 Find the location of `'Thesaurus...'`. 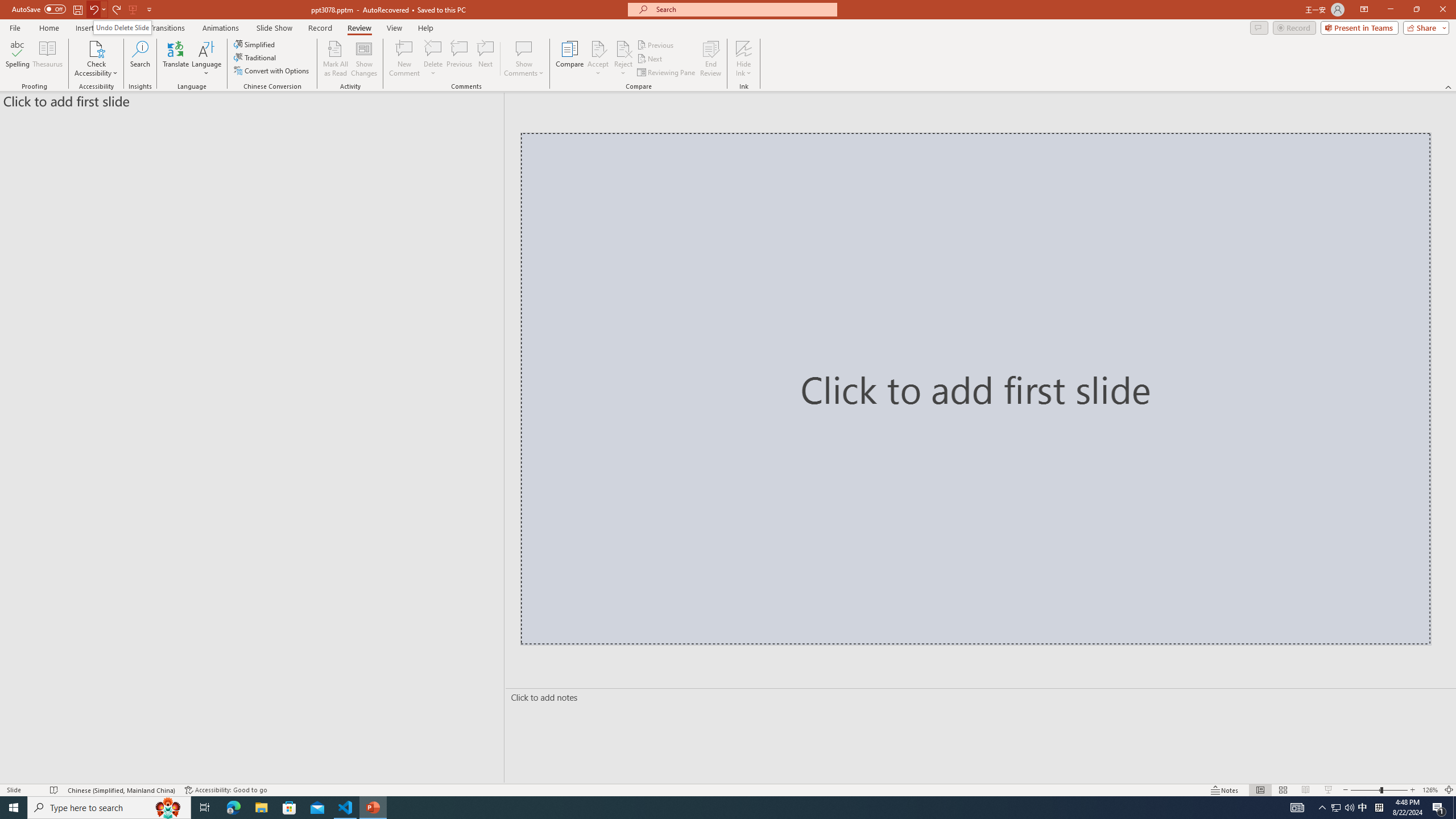

'Thesaurus...' is located at coordinates (47, 59).